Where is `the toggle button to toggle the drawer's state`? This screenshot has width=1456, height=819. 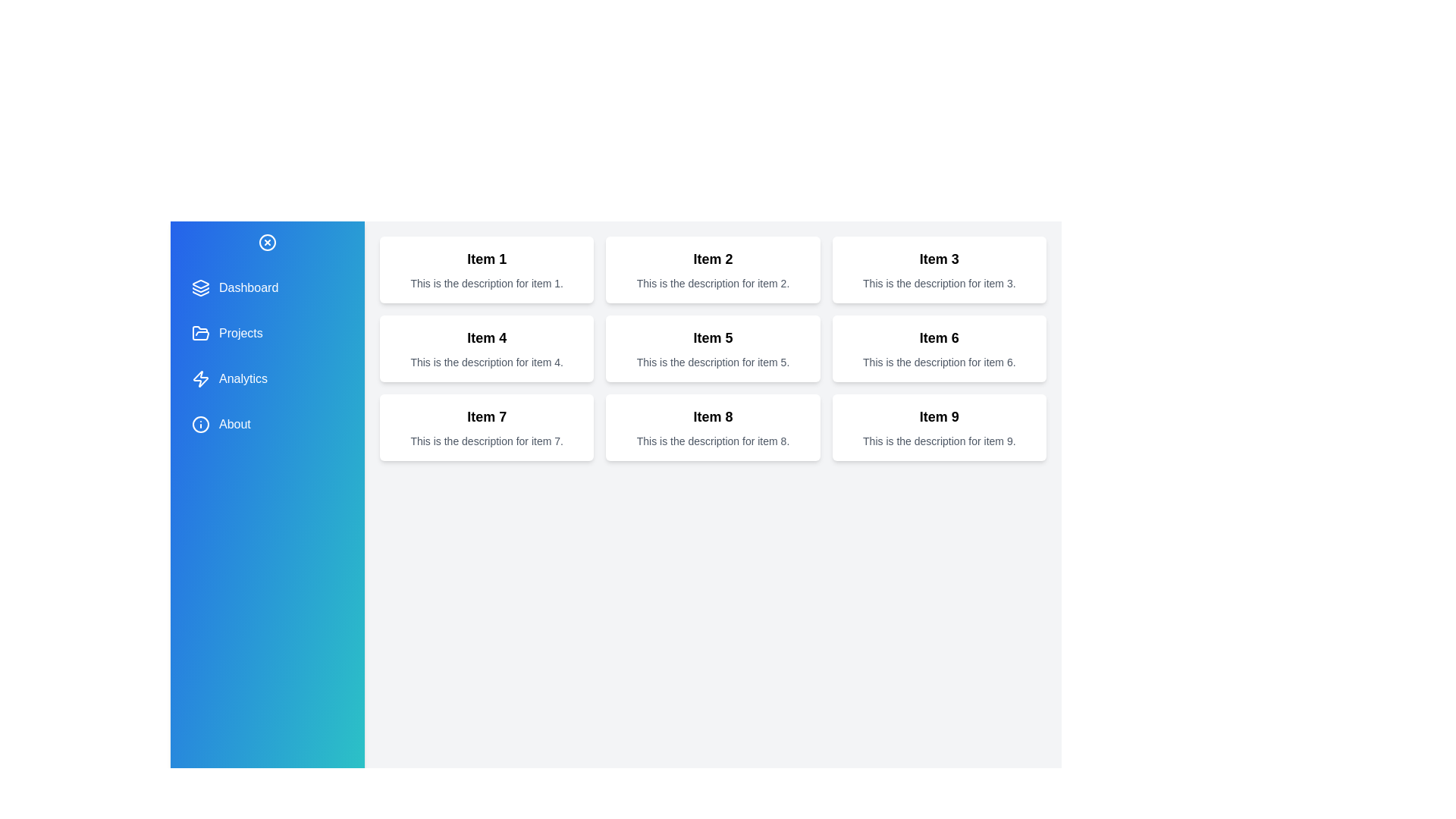 the toggle button to toggle the drawer's state is located at coordinates (268, 242).